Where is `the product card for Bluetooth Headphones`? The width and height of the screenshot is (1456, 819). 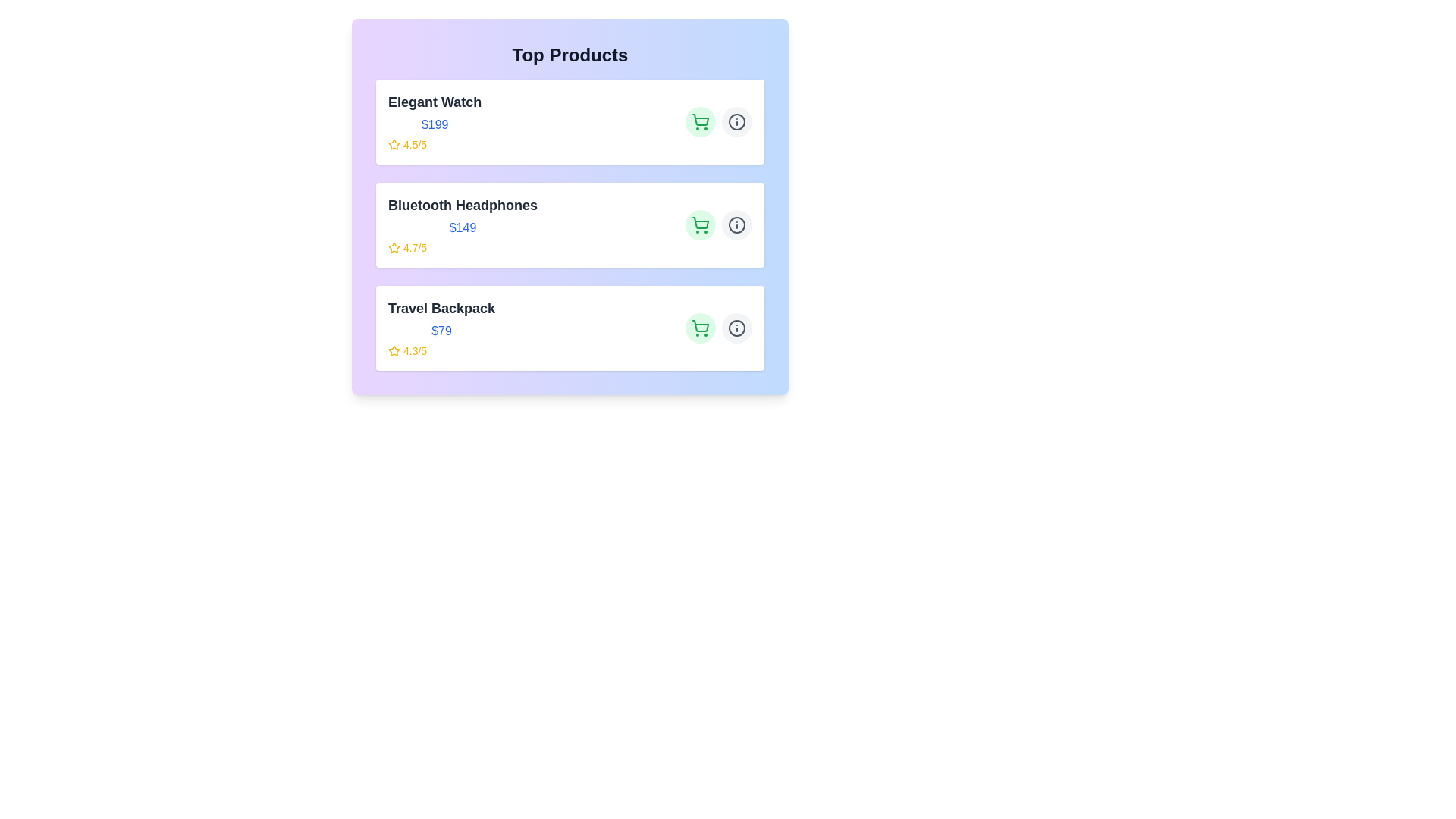 the product card for Bluetooth Headphones is located at coordinates (570, 225).